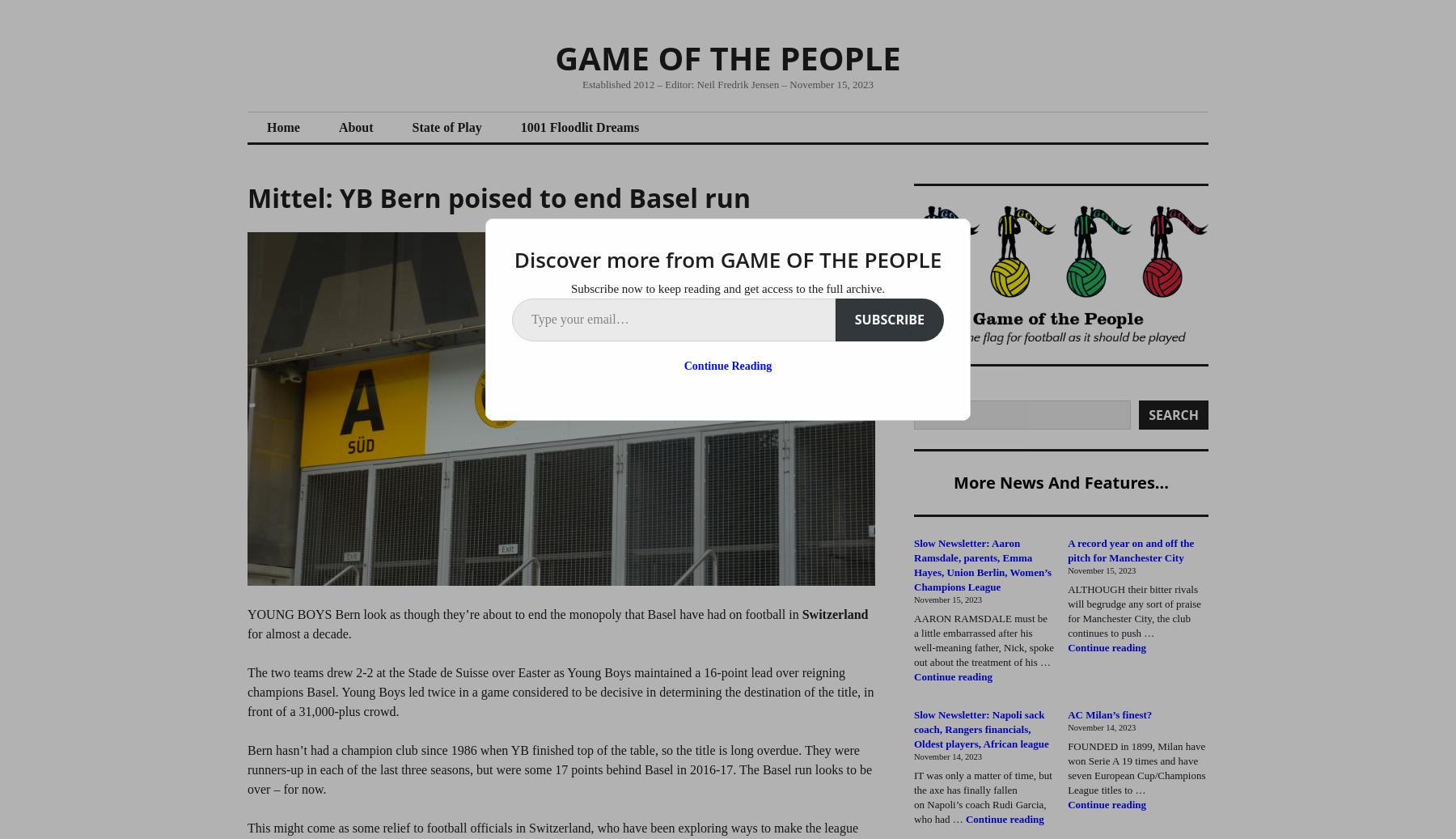 Image resolution: width=1456 pixels, height=839 pixels. What do you see at coordinates (1133, 610) in the screenshot?
I see `'ALTHOUGH their bitter rivals will begrudge any sort of praise for Manchester City, the club continues to push …'` at bounding box center [1133, 610].